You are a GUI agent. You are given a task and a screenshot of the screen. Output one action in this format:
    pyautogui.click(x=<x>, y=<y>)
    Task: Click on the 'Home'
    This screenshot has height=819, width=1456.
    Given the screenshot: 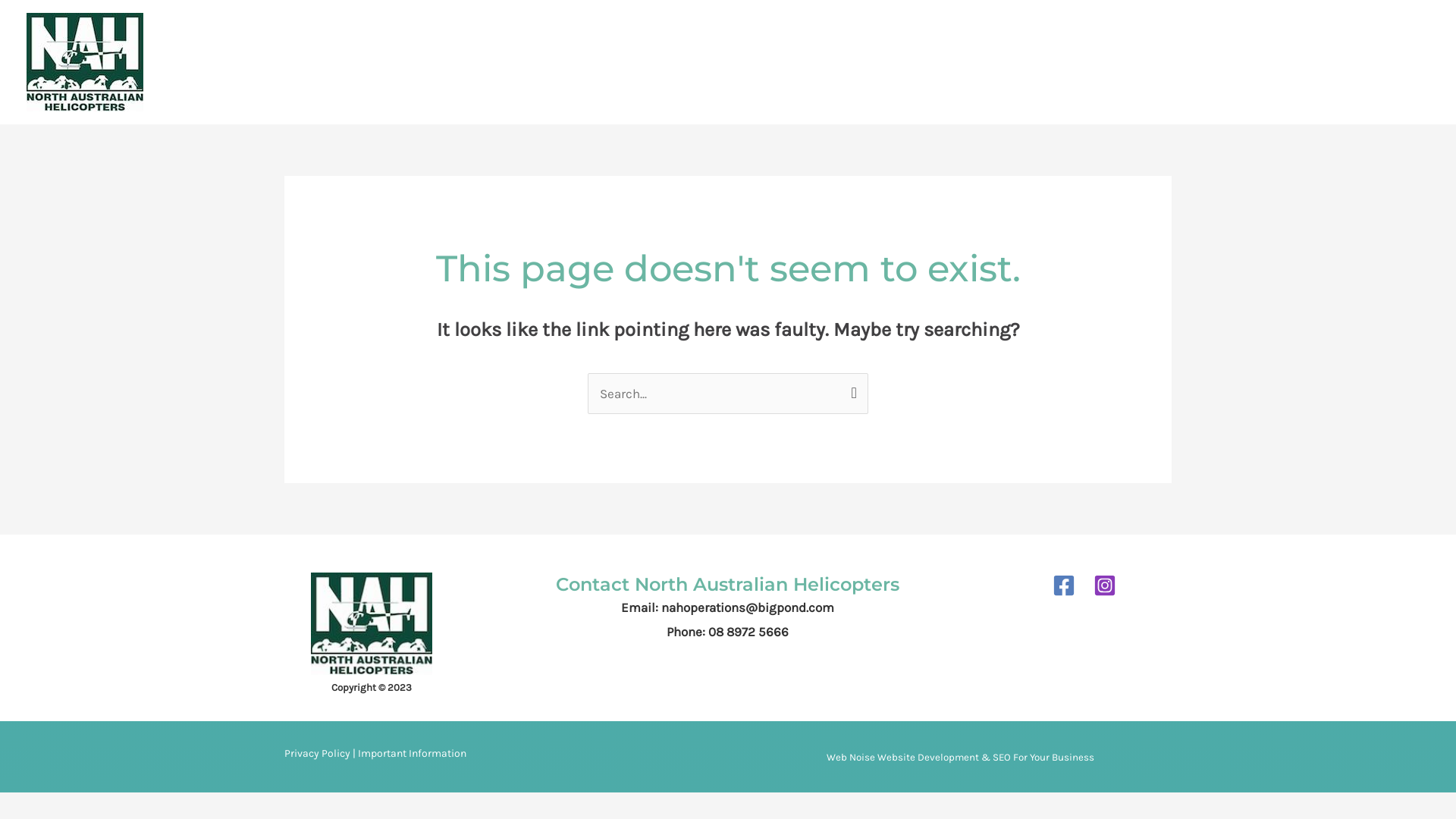 What is the action you would take?
    pyautogui.click(x=808, y=61)
    